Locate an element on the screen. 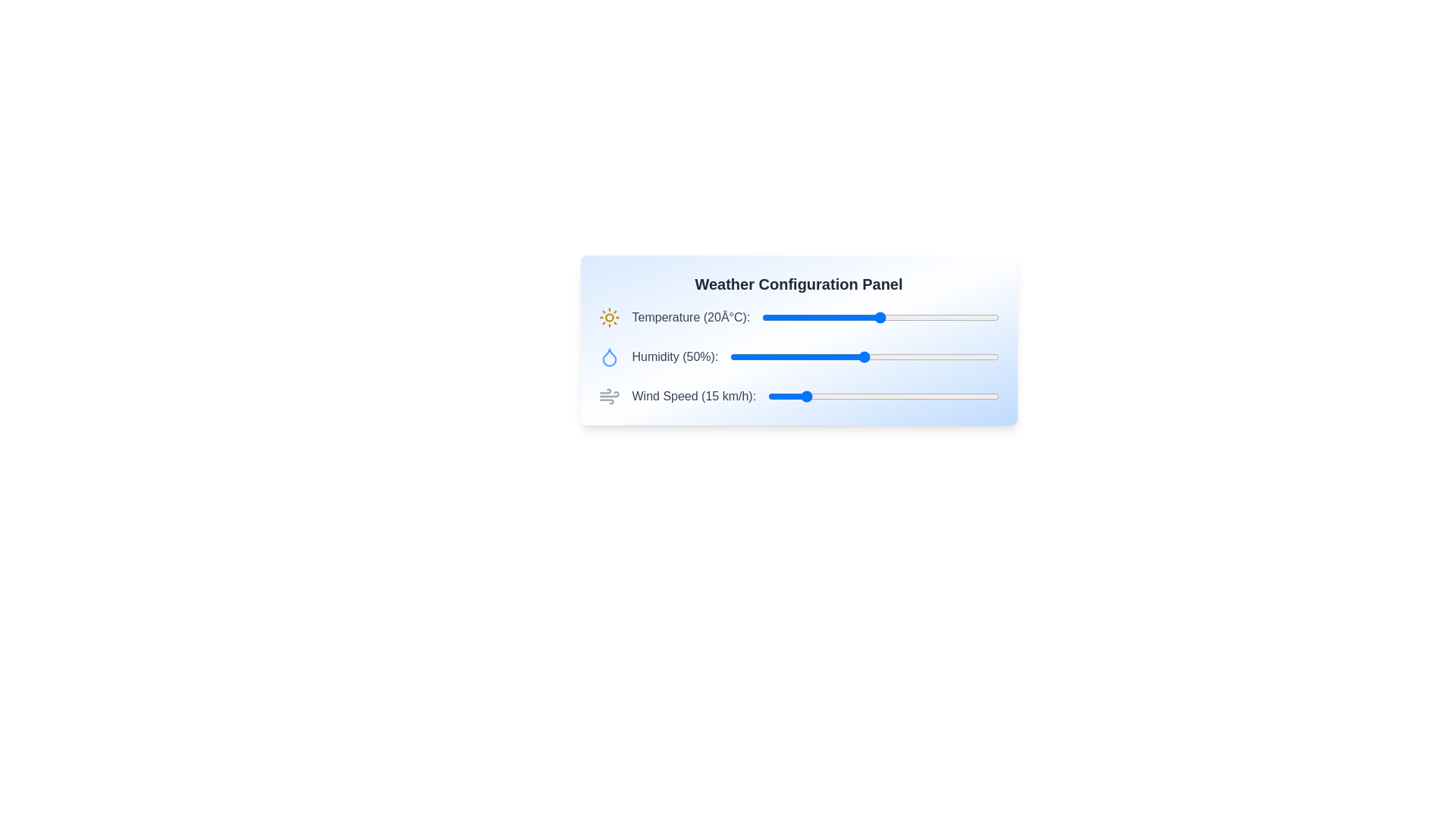 The width and height of the screenshot is (1456, 819). the wind speed slider to 75 km/h is located at coordinates (940, 396).